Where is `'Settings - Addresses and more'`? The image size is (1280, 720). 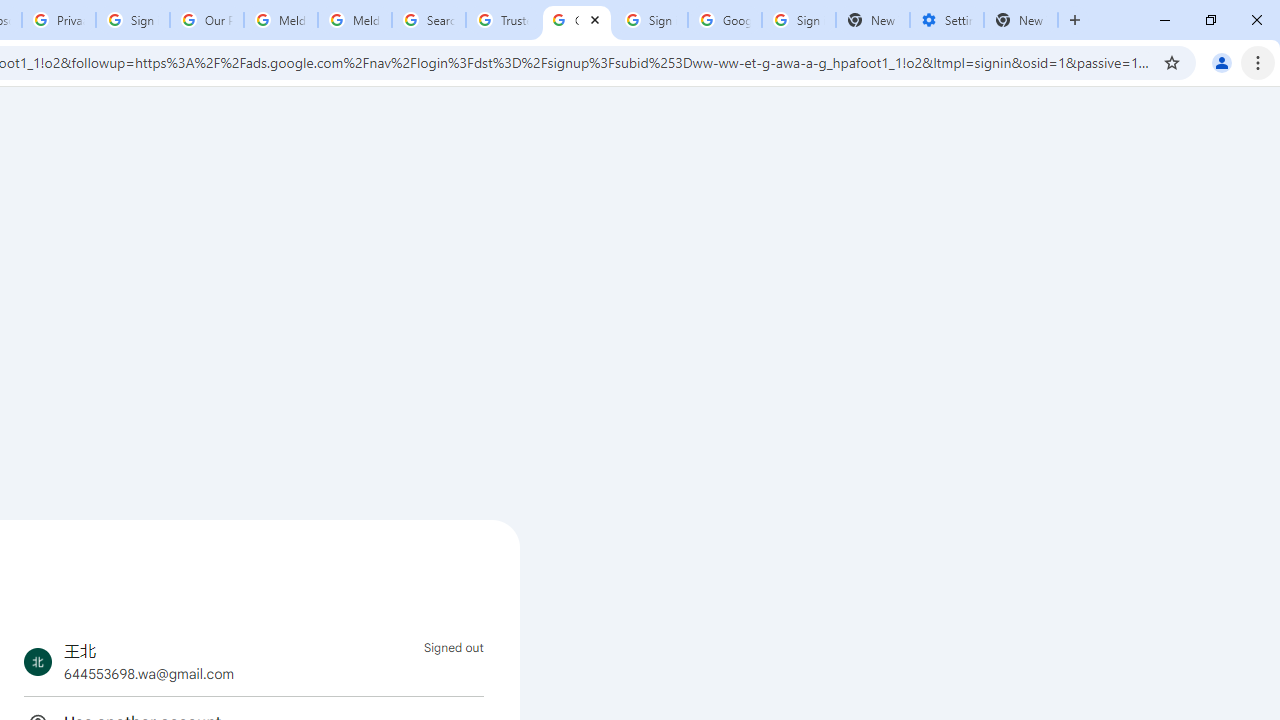 'Settings - Addresses and more' is located at coordinates (946, 20).